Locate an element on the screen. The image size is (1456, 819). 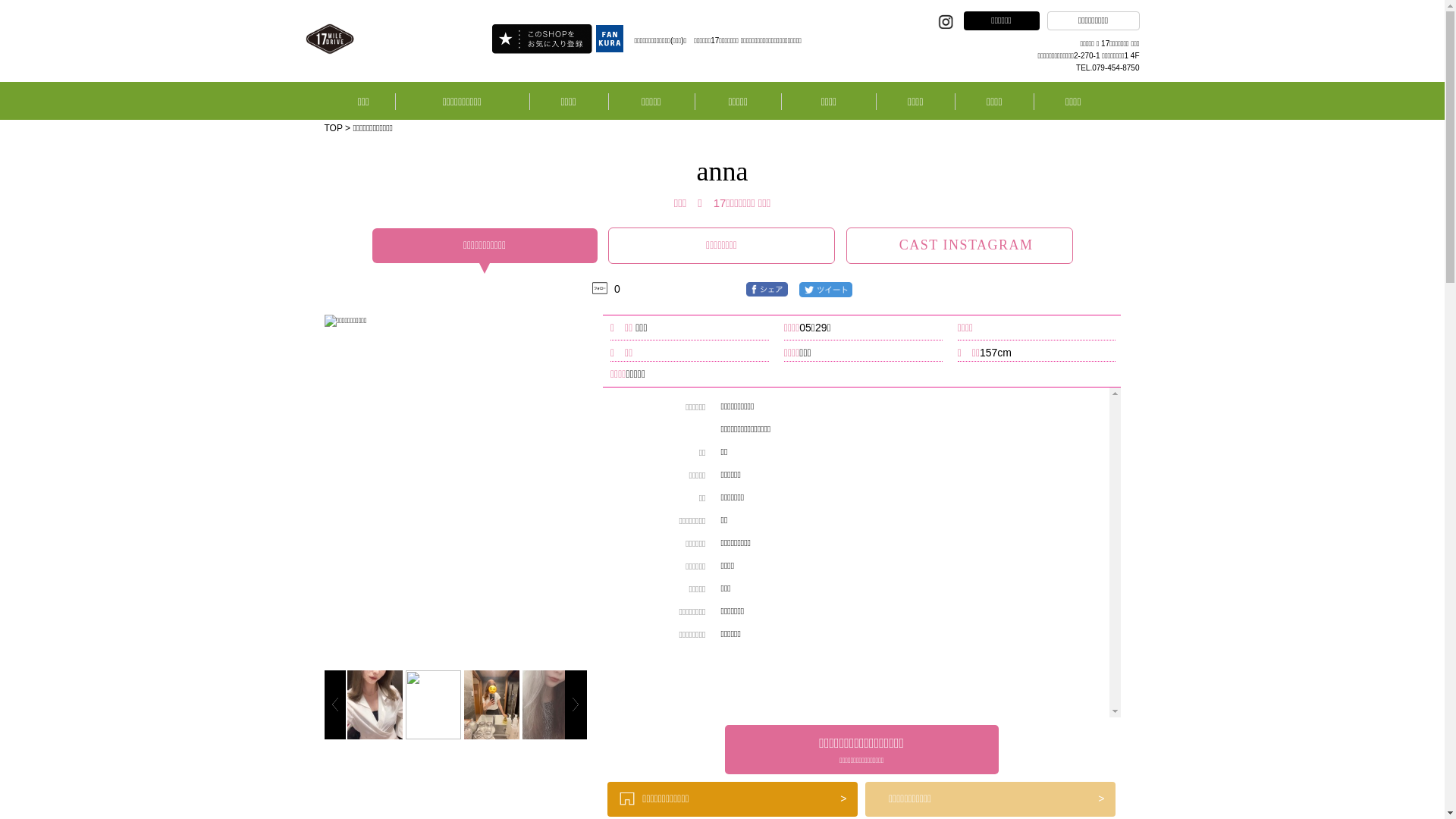
'TOP' is located at coordinates (333, 127).